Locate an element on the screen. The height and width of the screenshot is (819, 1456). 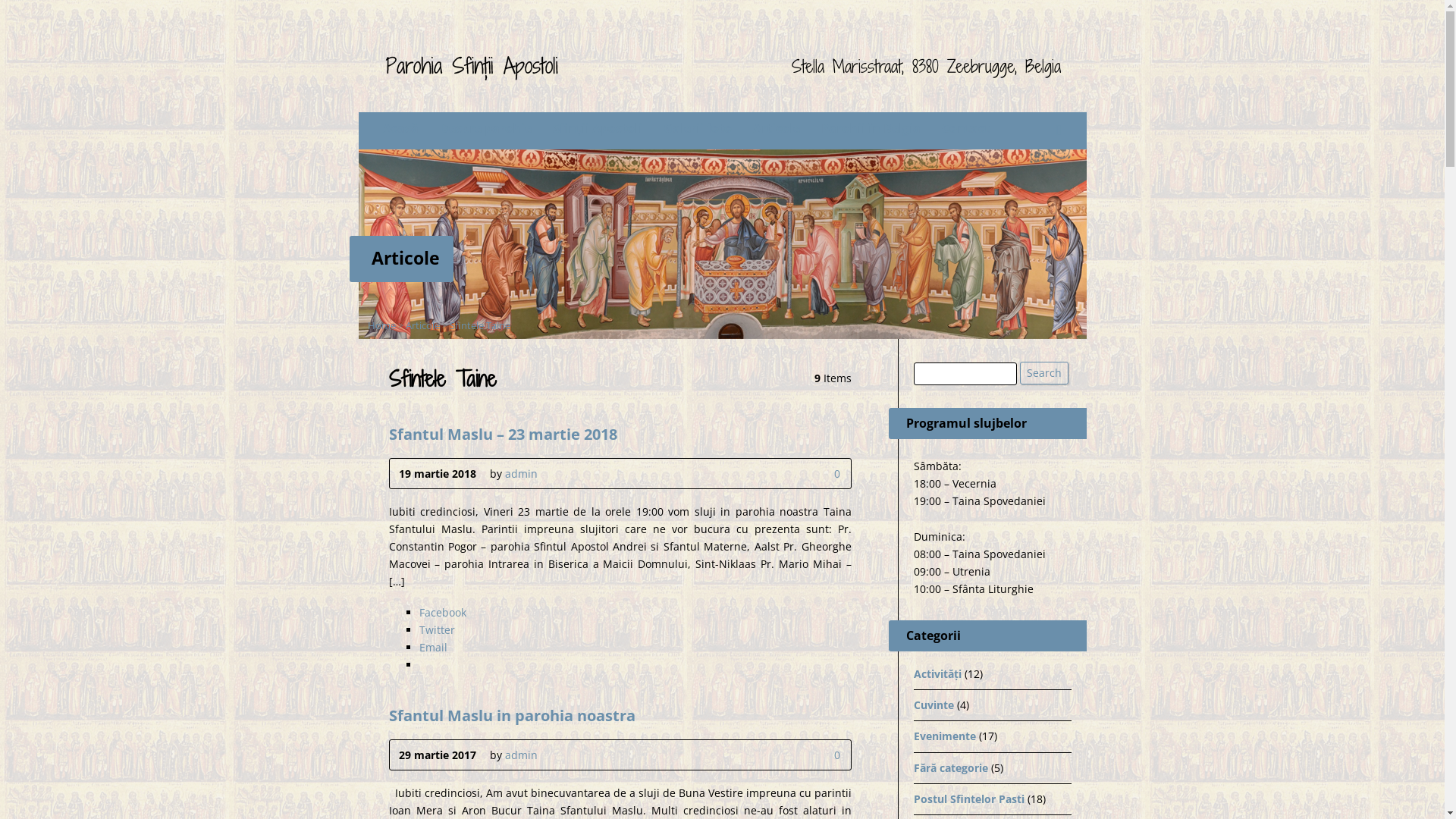
'Search' is located at coordinates (1043, 373).